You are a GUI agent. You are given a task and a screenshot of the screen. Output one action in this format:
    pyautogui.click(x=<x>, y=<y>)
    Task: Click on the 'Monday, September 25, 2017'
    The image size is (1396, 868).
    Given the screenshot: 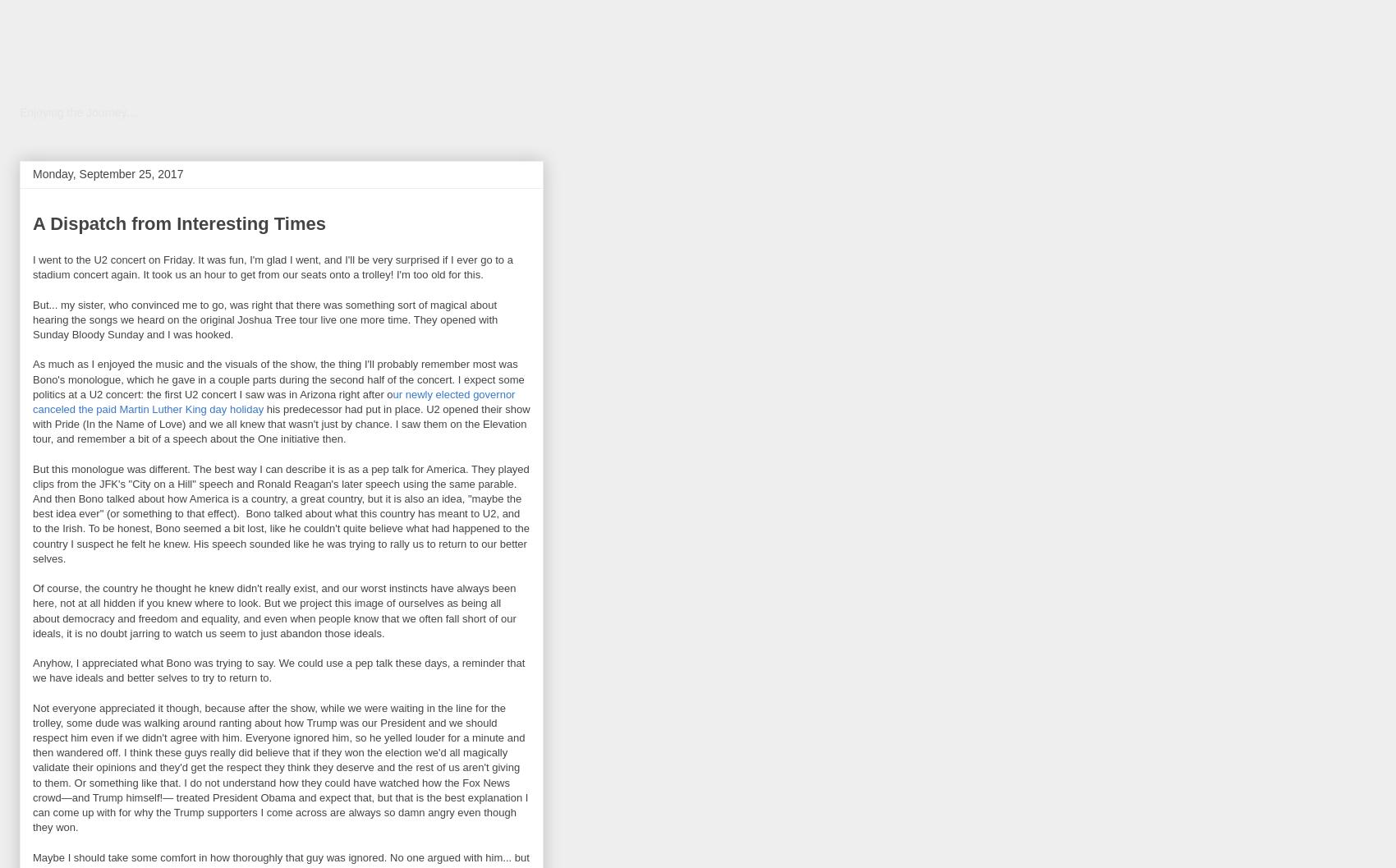 What is the action you would take?
    pyautogui.click(x=32, y=174)
    